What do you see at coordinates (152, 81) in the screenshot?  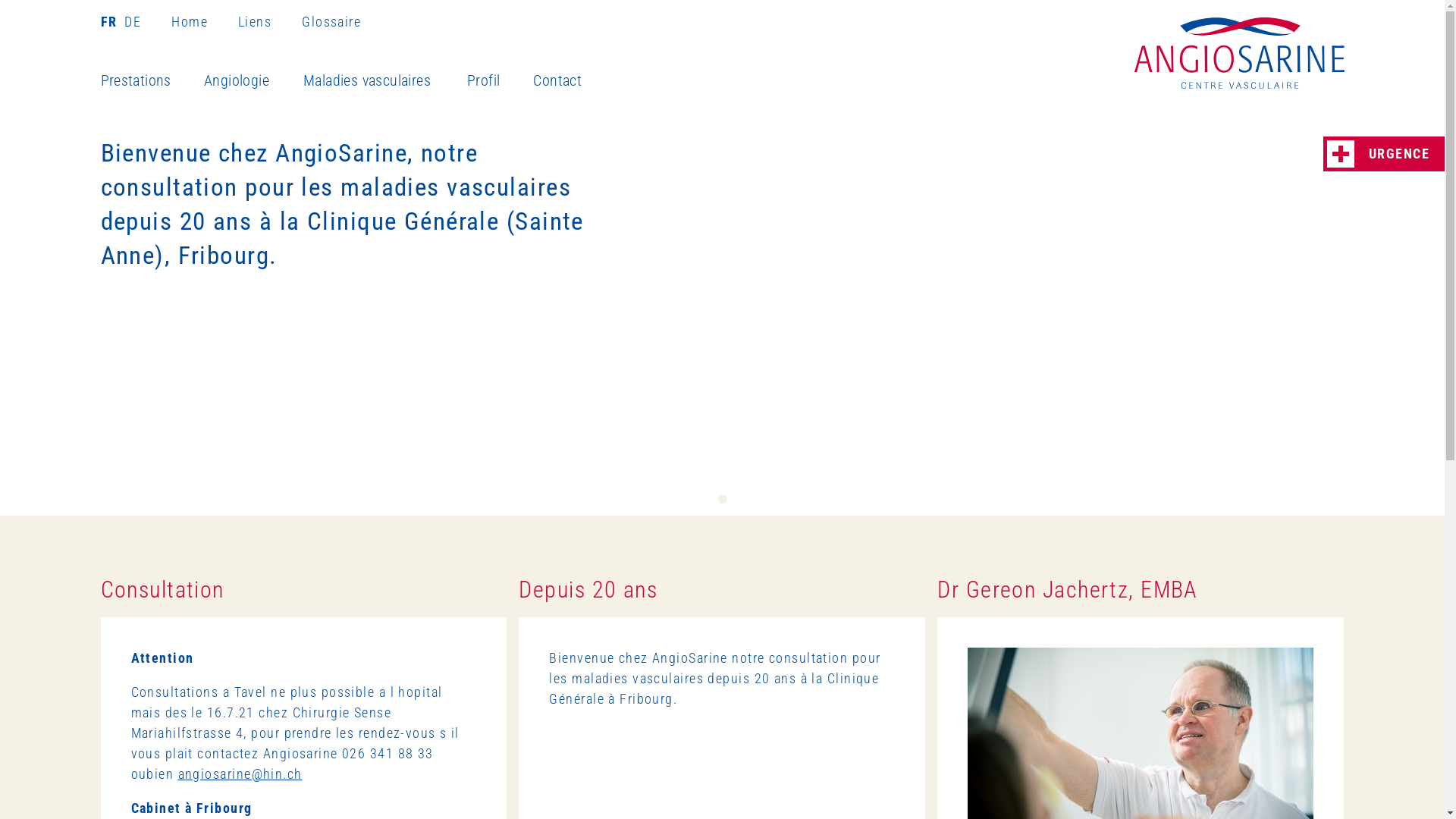 I see `'Prestations'` at bounding box center [152, 81].